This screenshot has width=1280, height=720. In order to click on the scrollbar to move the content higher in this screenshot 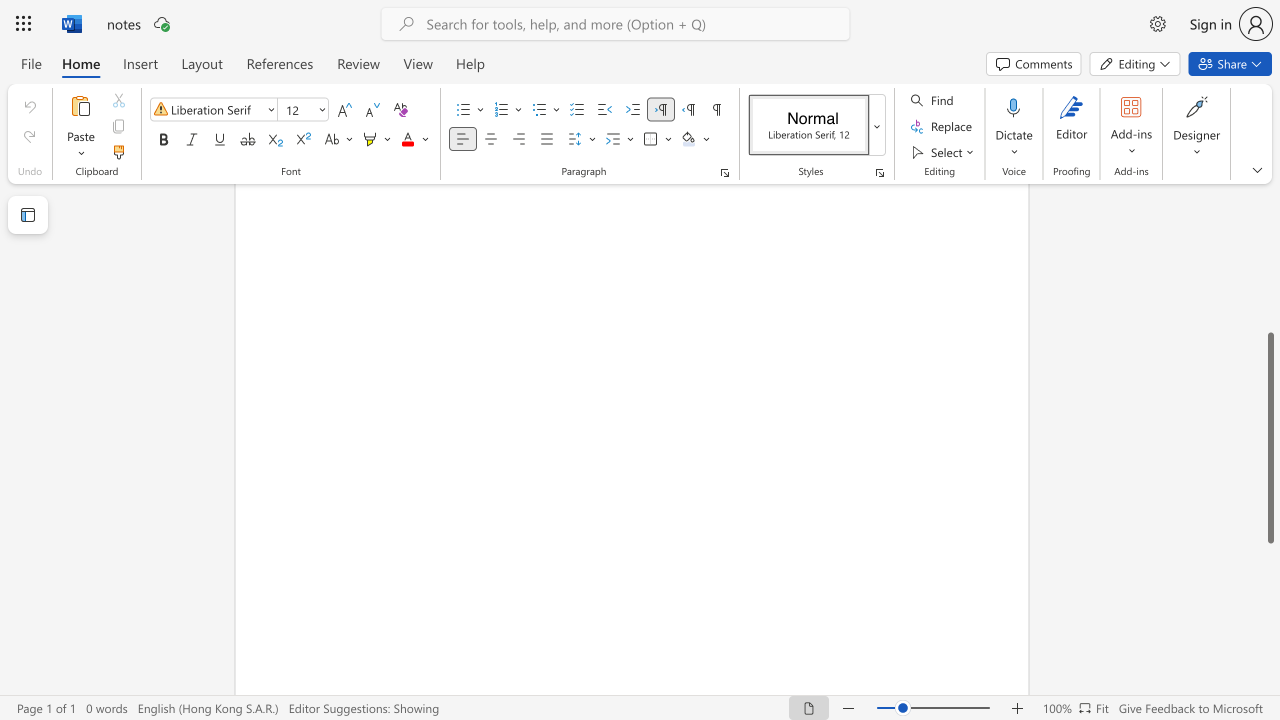, I will do `click(1269, 270)`.